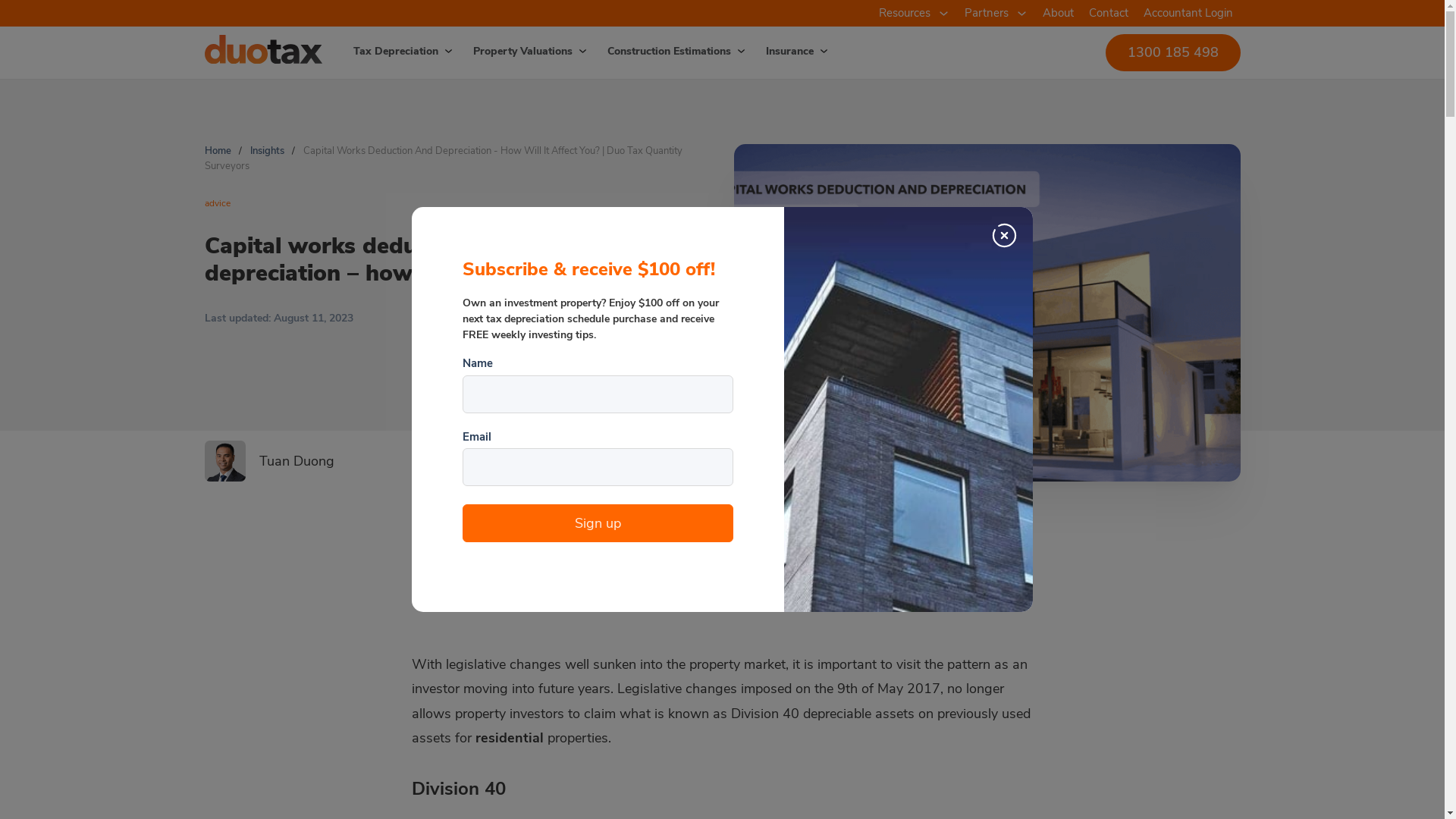 Image resolution: width=1456 pixels, height=819 pixels. Describe the element at coordinates (1172, 51) in the screenshot. I see `'1300 185 498'` at that location.